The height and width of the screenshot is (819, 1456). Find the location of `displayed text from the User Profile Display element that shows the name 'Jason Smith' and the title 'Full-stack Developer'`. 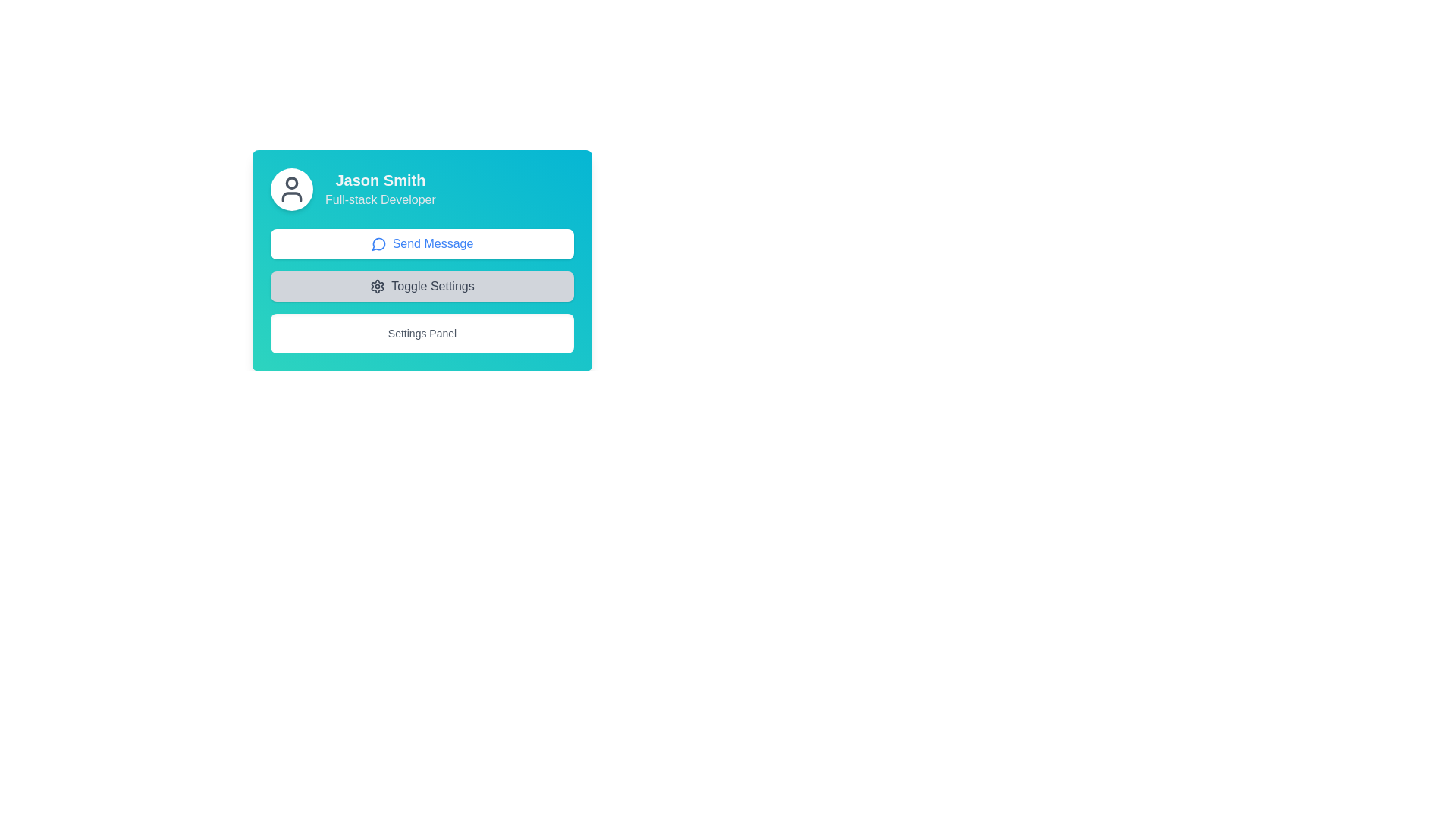

displayed text from the User Profile Display element that shows the name 'Jason Smith' and the title 'Full-stack Developer' is located at coordinates (422, 189).